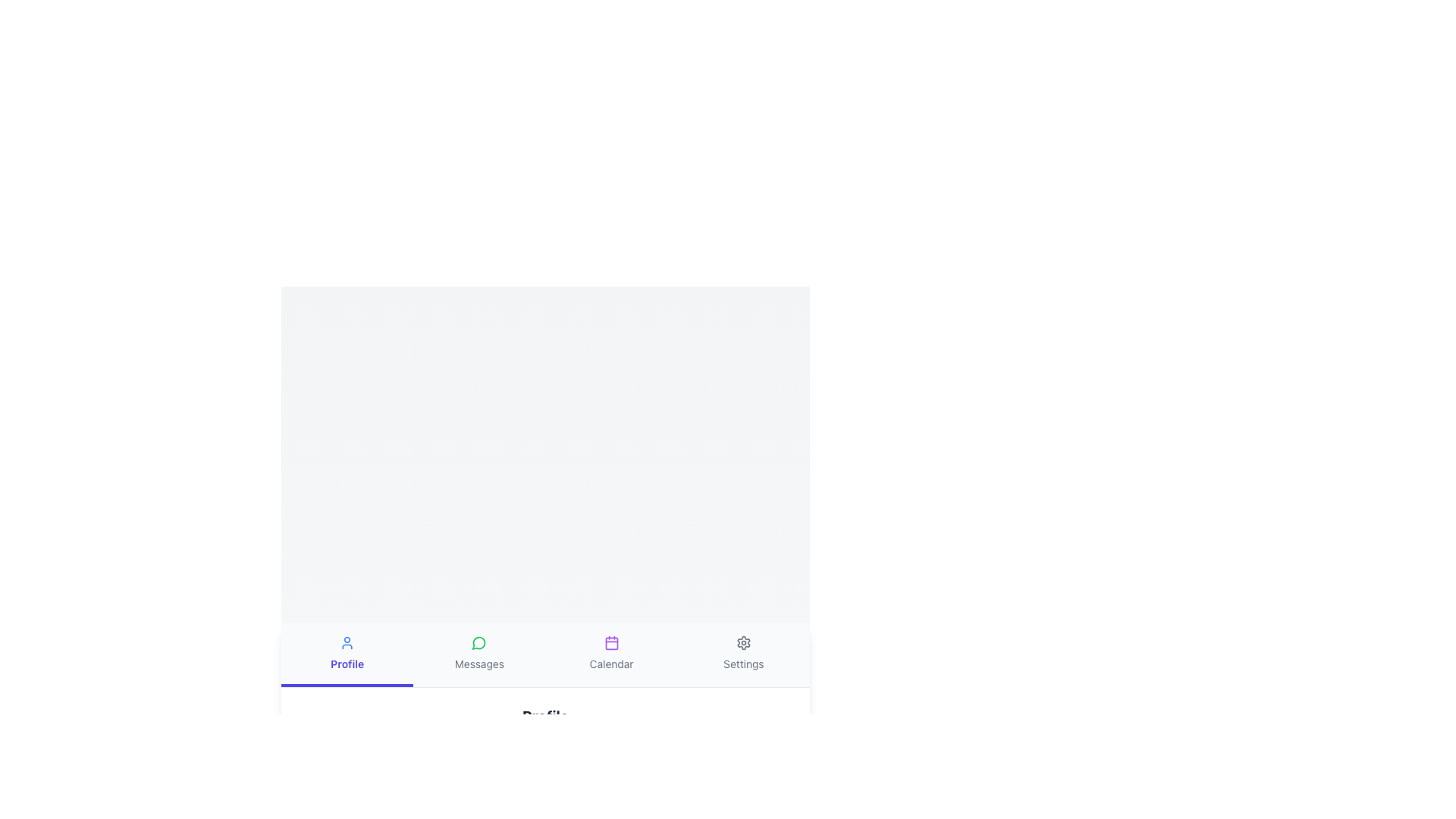 The width and height of the screenshot is (1456, 819). Describe the element at coordinates (347, 654) in the screenshot. I see `the Profile button, which features a user icon in blue and a purple text label` at that location.